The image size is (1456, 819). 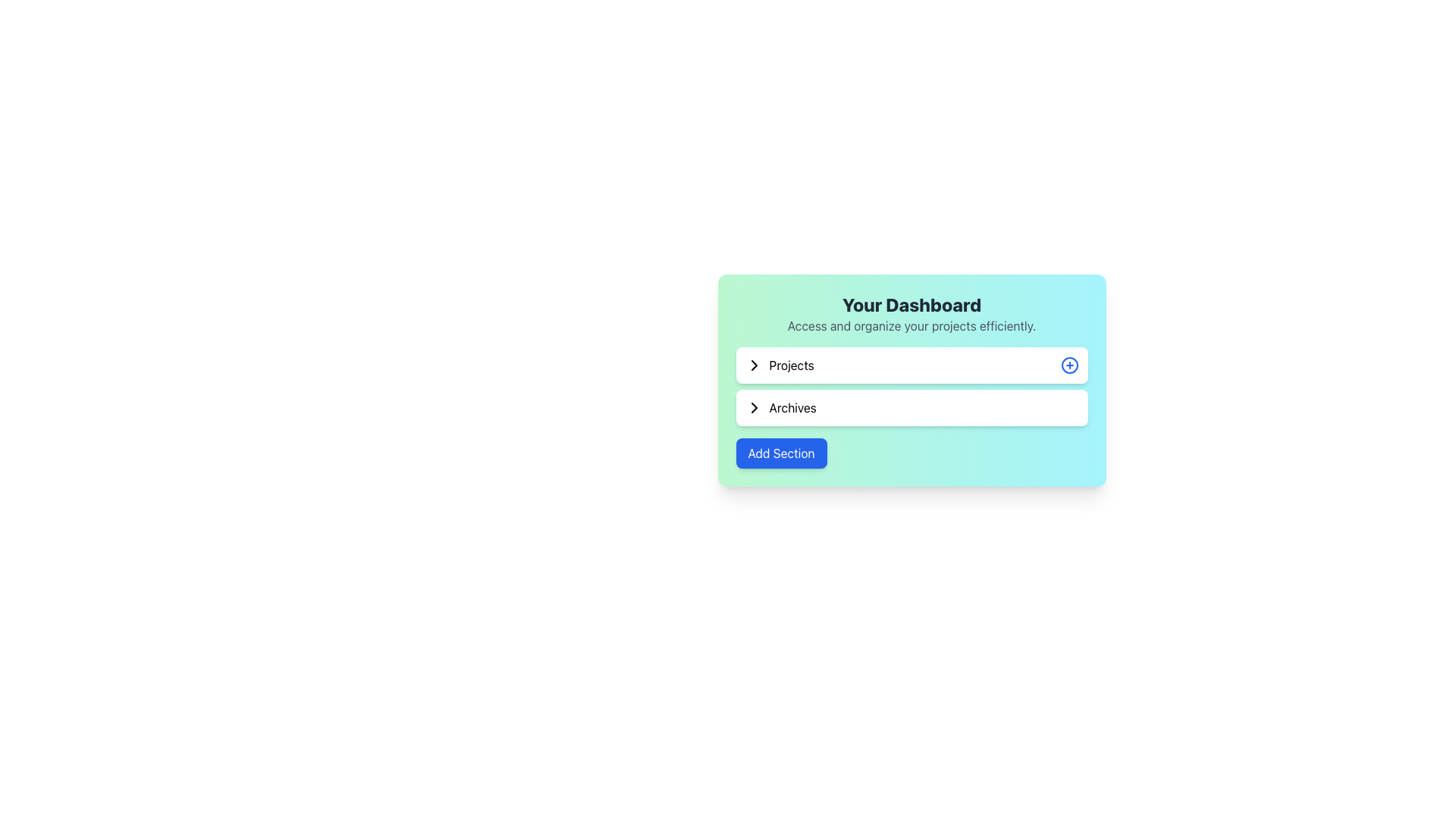 I want to click on bold heading text 'Your Dashboard' displayed prominently at the top-center of the user interface card, so click(x=911, y=304).